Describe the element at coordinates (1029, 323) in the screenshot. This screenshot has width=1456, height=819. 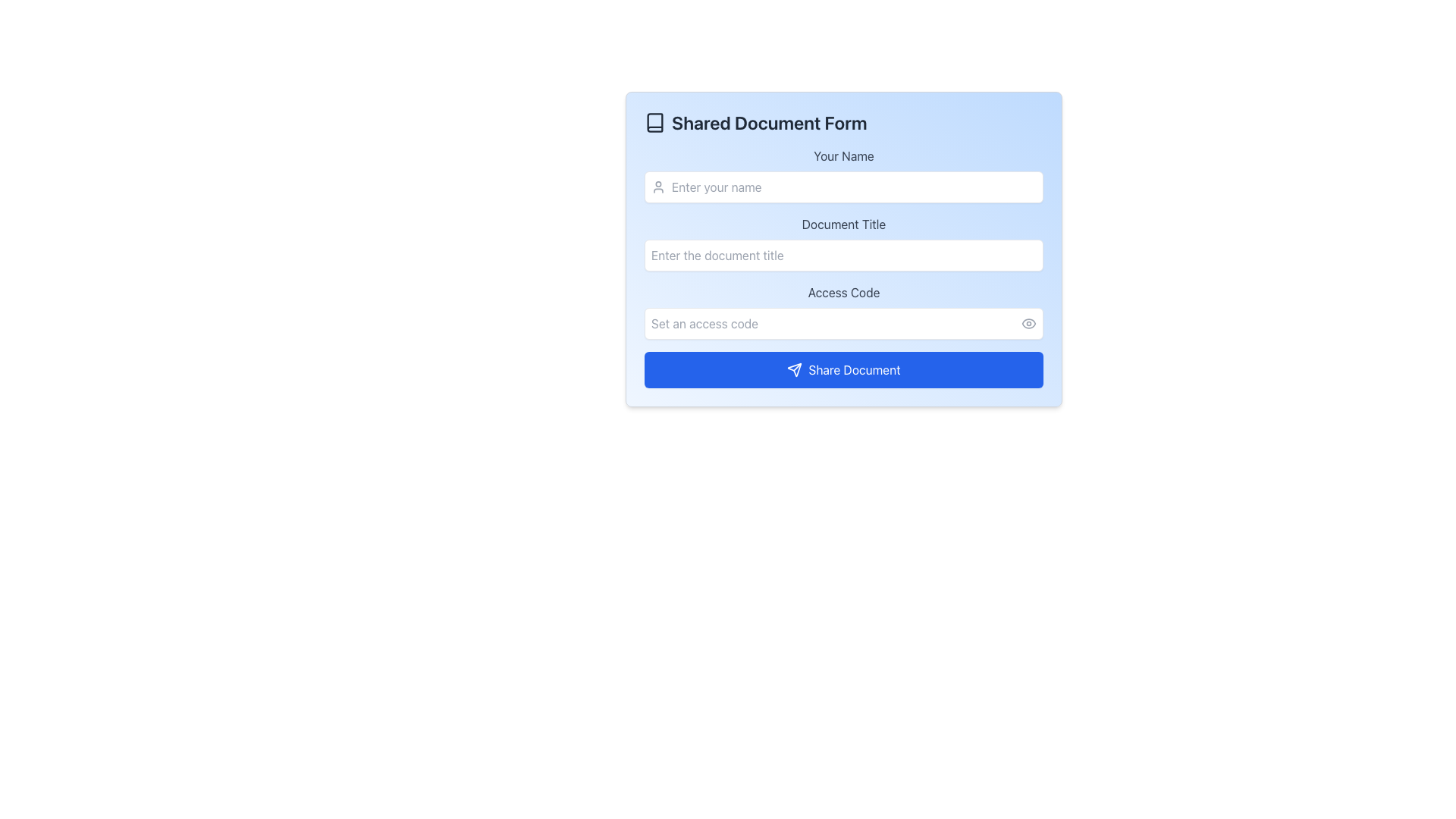
I see `the icon button located at the top-right corner of the access code input field in the 'Shared Document Form'` at that location.